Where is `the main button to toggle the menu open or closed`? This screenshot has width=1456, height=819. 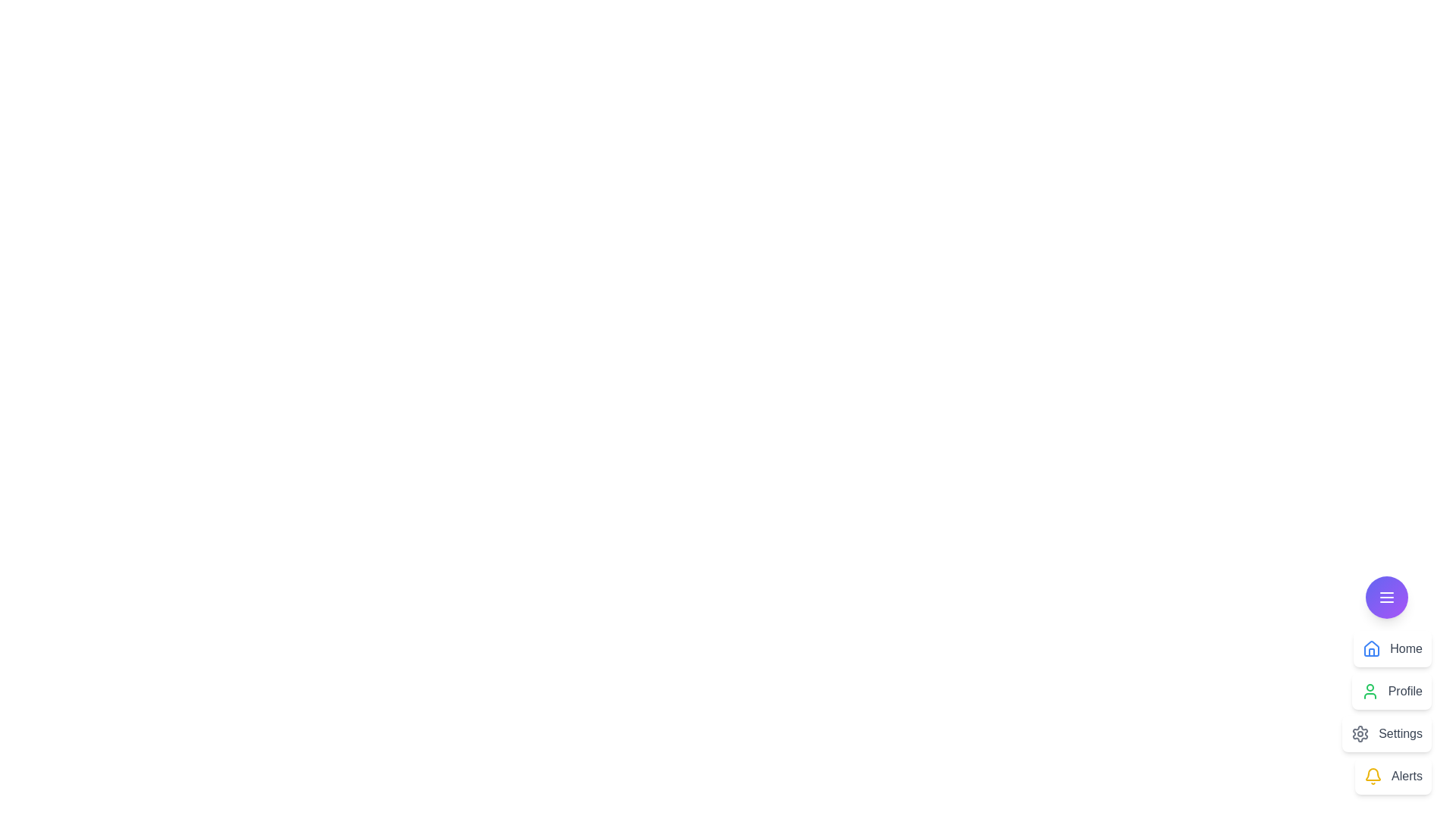
the main button to toggle the menu open or closed is located at coordinates (1386, 596).